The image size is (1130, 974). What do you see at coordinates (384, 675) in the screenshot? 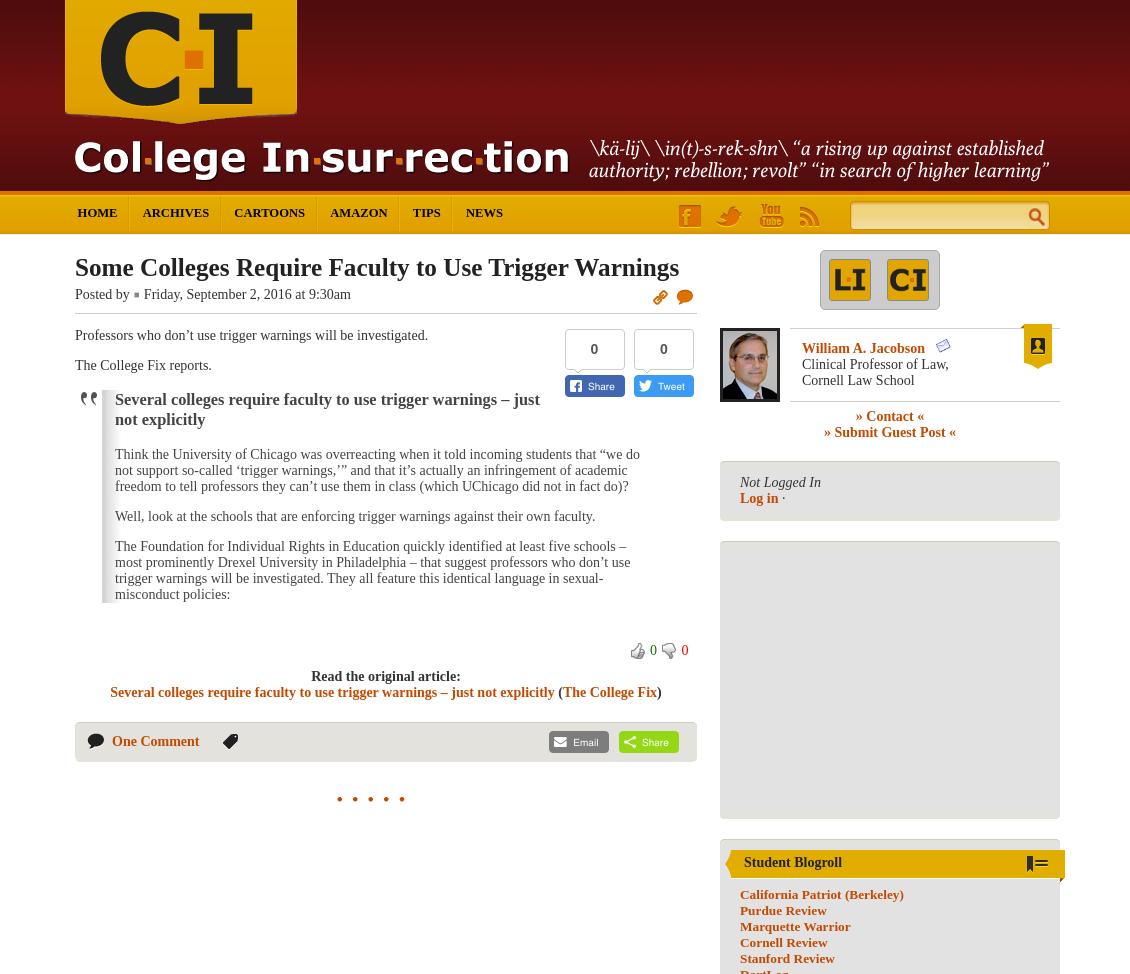
I see `'Read the original article:'` at bounding box center [384, 675].